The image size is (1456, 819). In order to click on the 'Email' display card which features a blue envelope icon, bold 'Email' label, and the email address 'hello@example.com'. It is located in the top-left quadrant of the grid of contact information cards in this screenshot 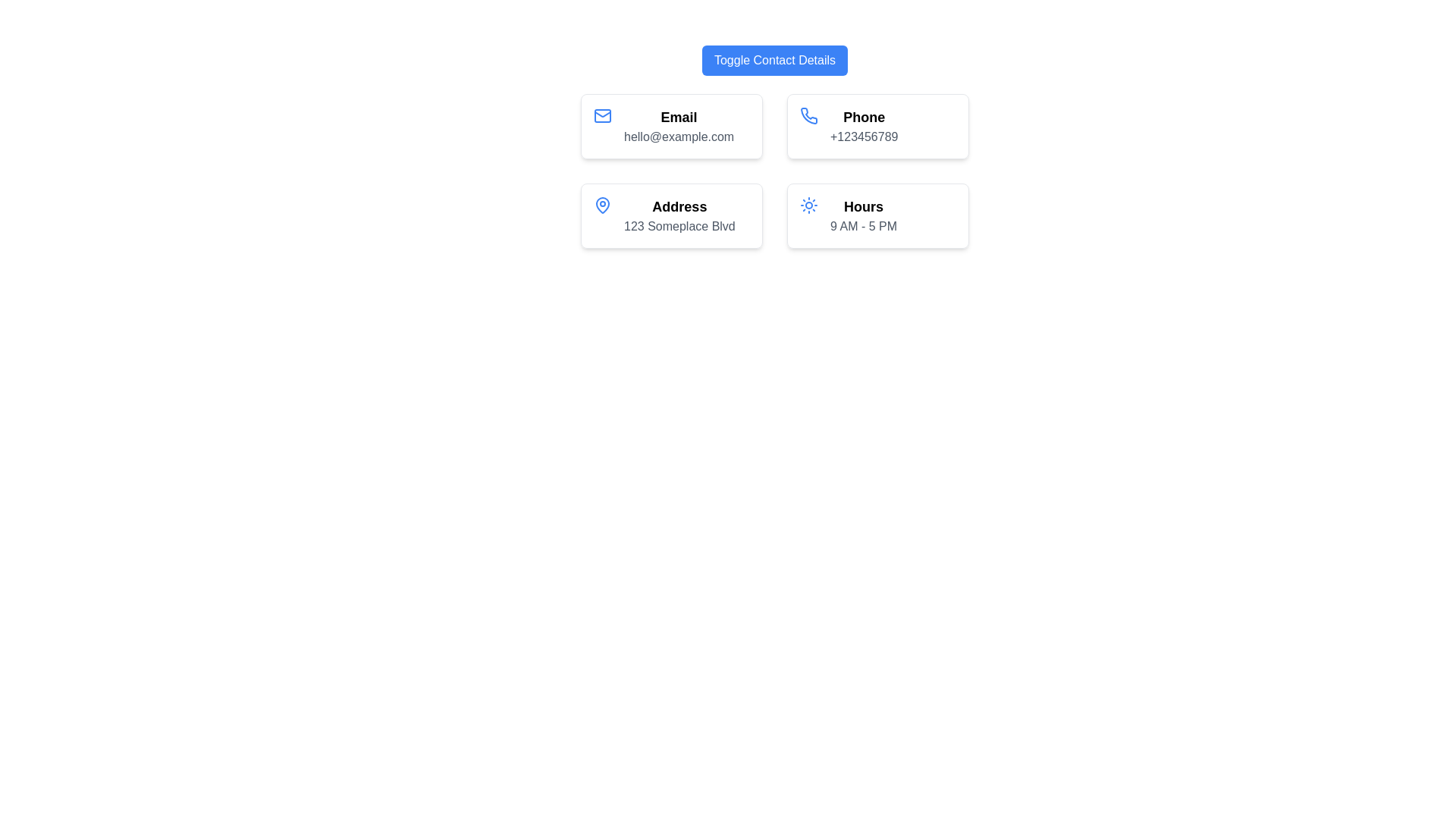, I will do `click(671, 125)`.